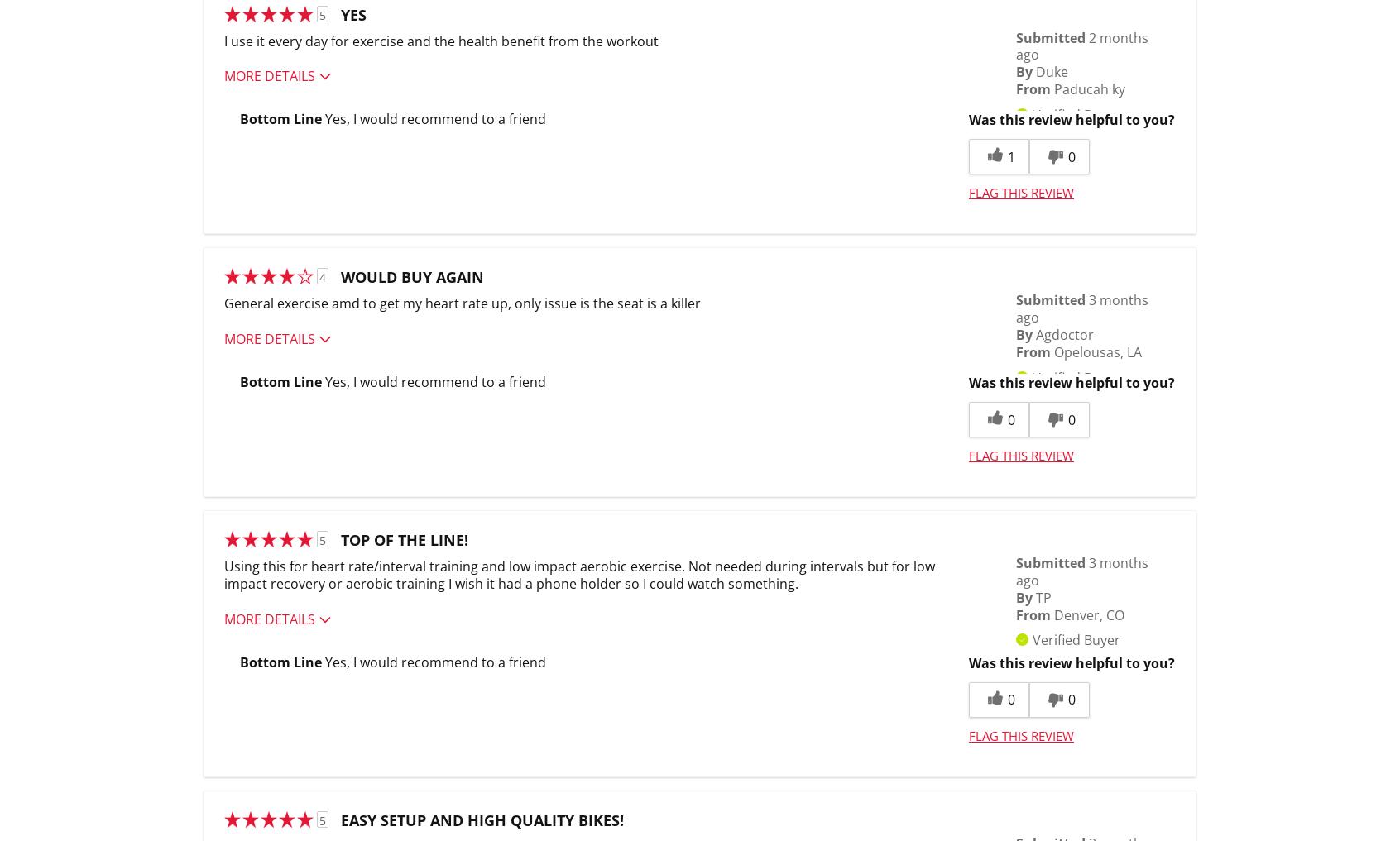  Describe the element at coordinates (1016, 45) in the screenshot. I see `'2 months ago'` at that location.